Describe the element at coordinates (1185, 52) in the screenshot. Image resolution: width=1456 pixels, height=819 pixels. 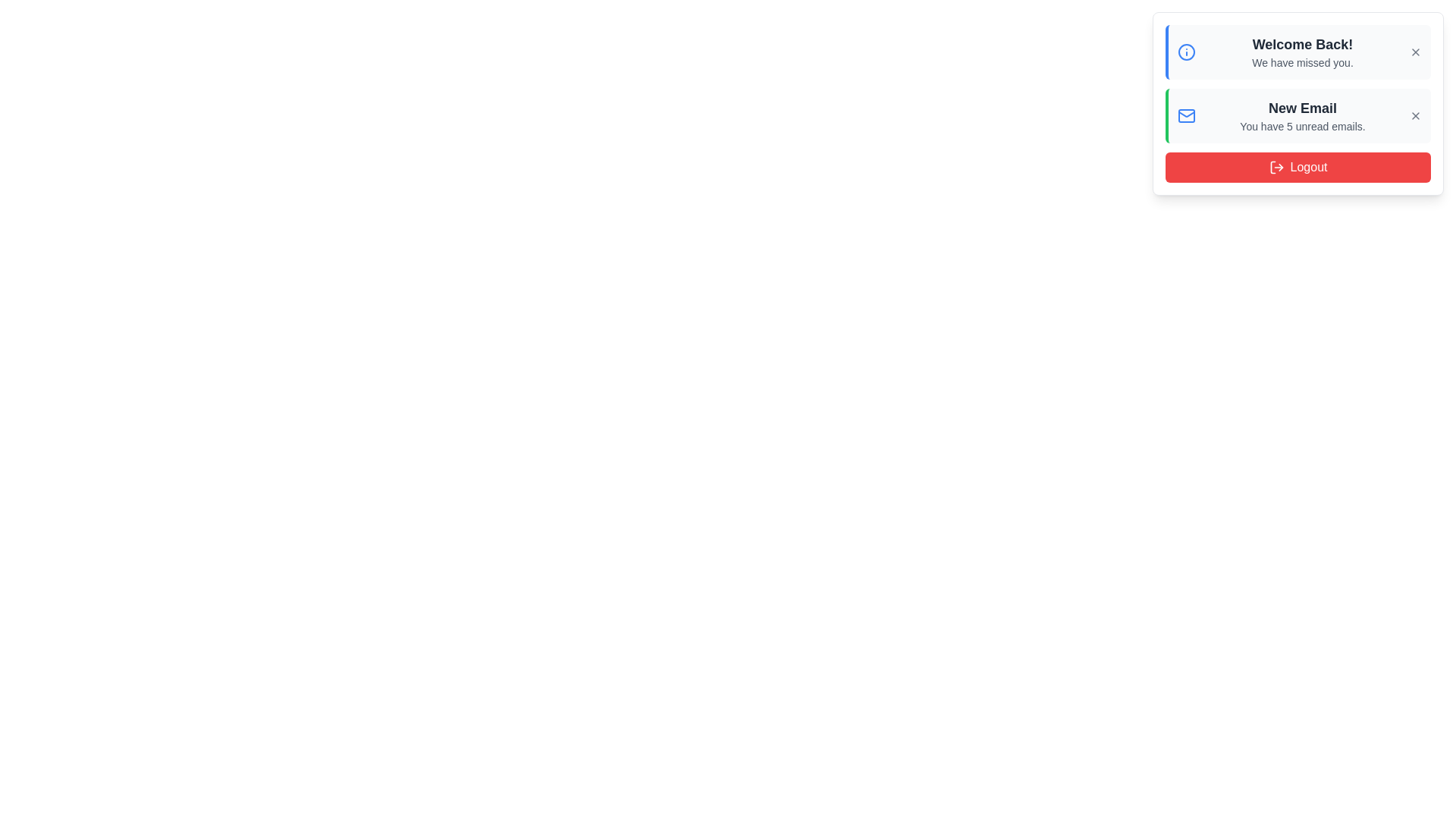
I see `the SVG Circle icon located at the top-left corner of the 'Welcome Back!' notification` at that location.